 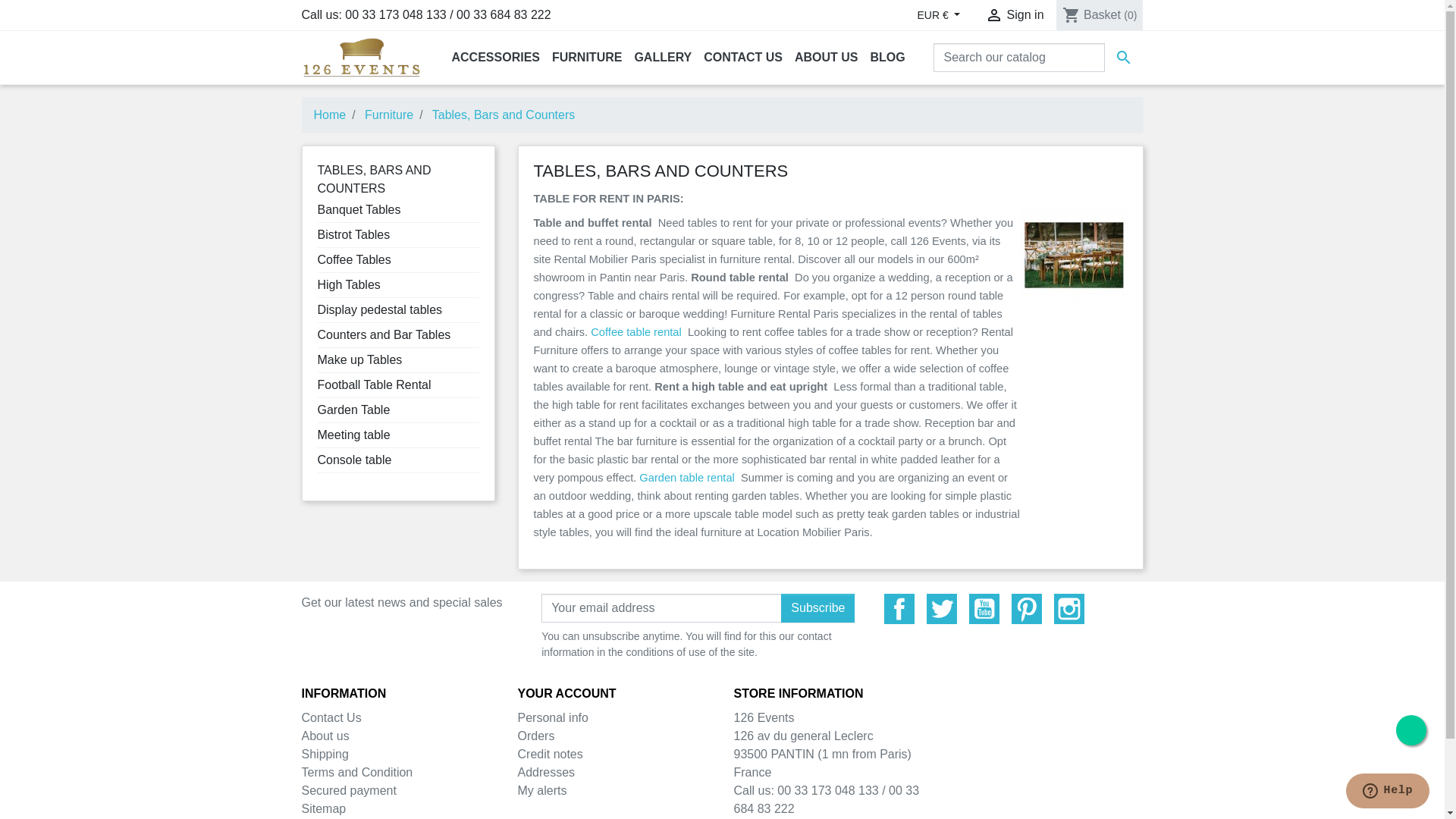 I want to click on 'Coffee Tables', so click(x=353, y=259).